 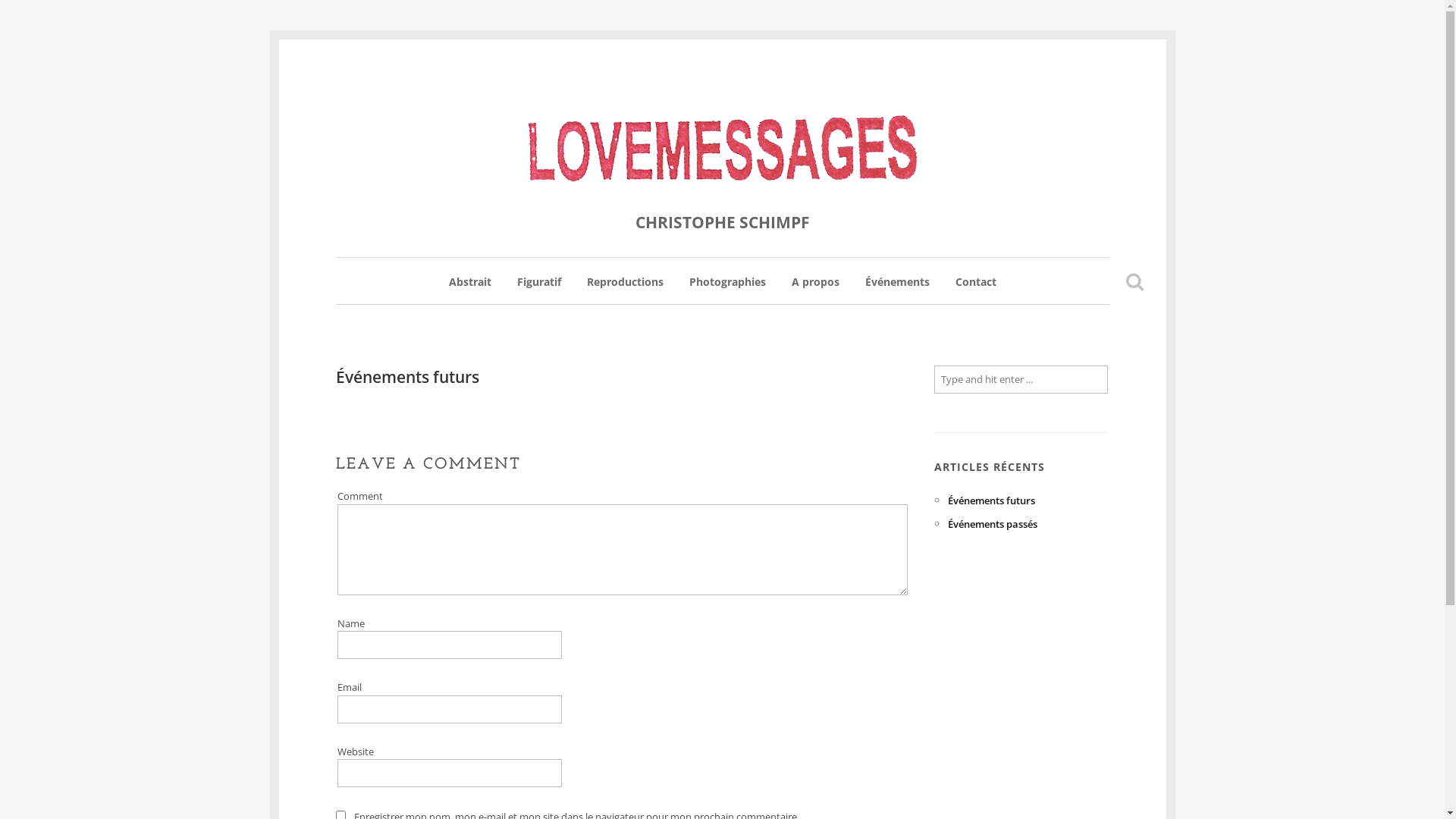 I want to click on 'Abstrait', so click(x=447, y=289).